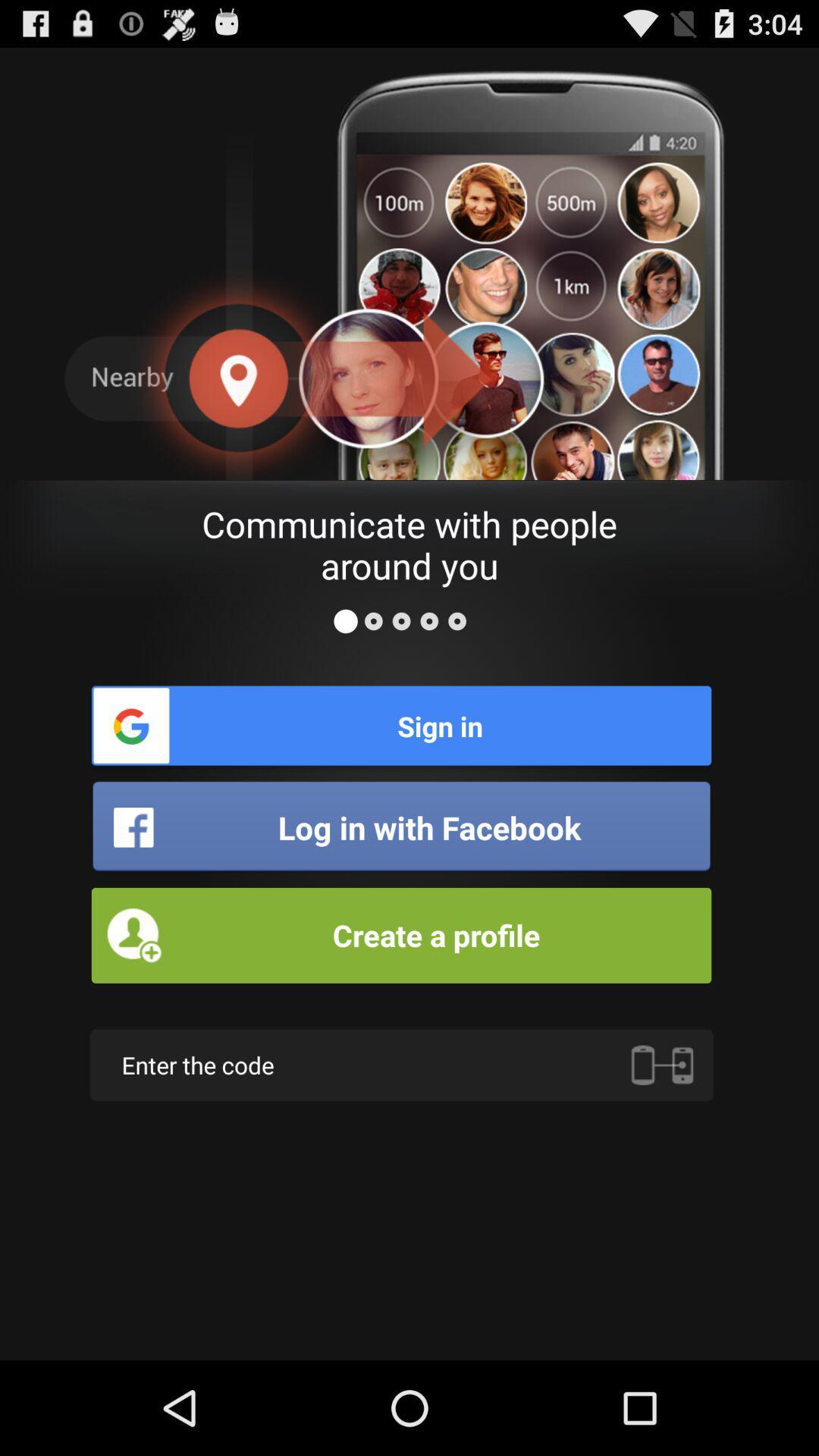  I want to click on the icon below log in with item, so click(400, 934).